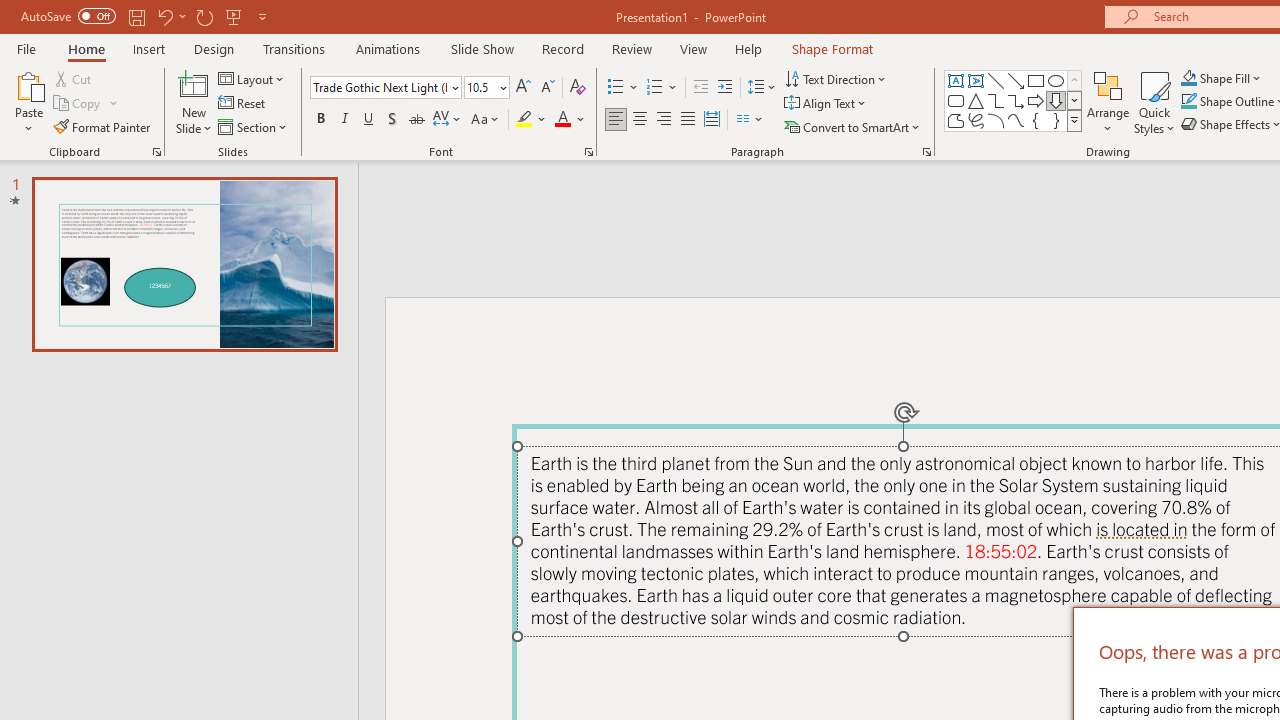 This screenshot has height=720, width=1280. I want to click on 'Shape Outline Teal, Accent 1', so click(1189, 101).